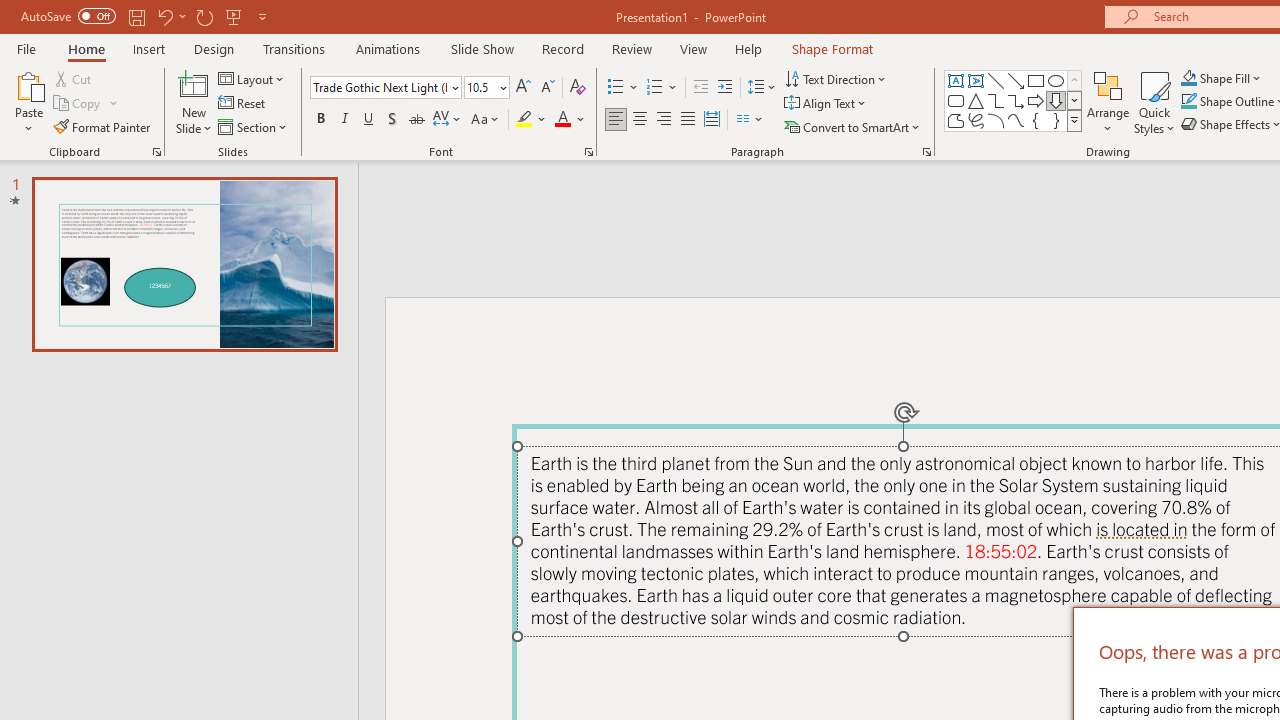 This screenshot has height=720, width=1280. I want to click on 'Shape Outline Teal, Accent 1', so click(1189, 101).